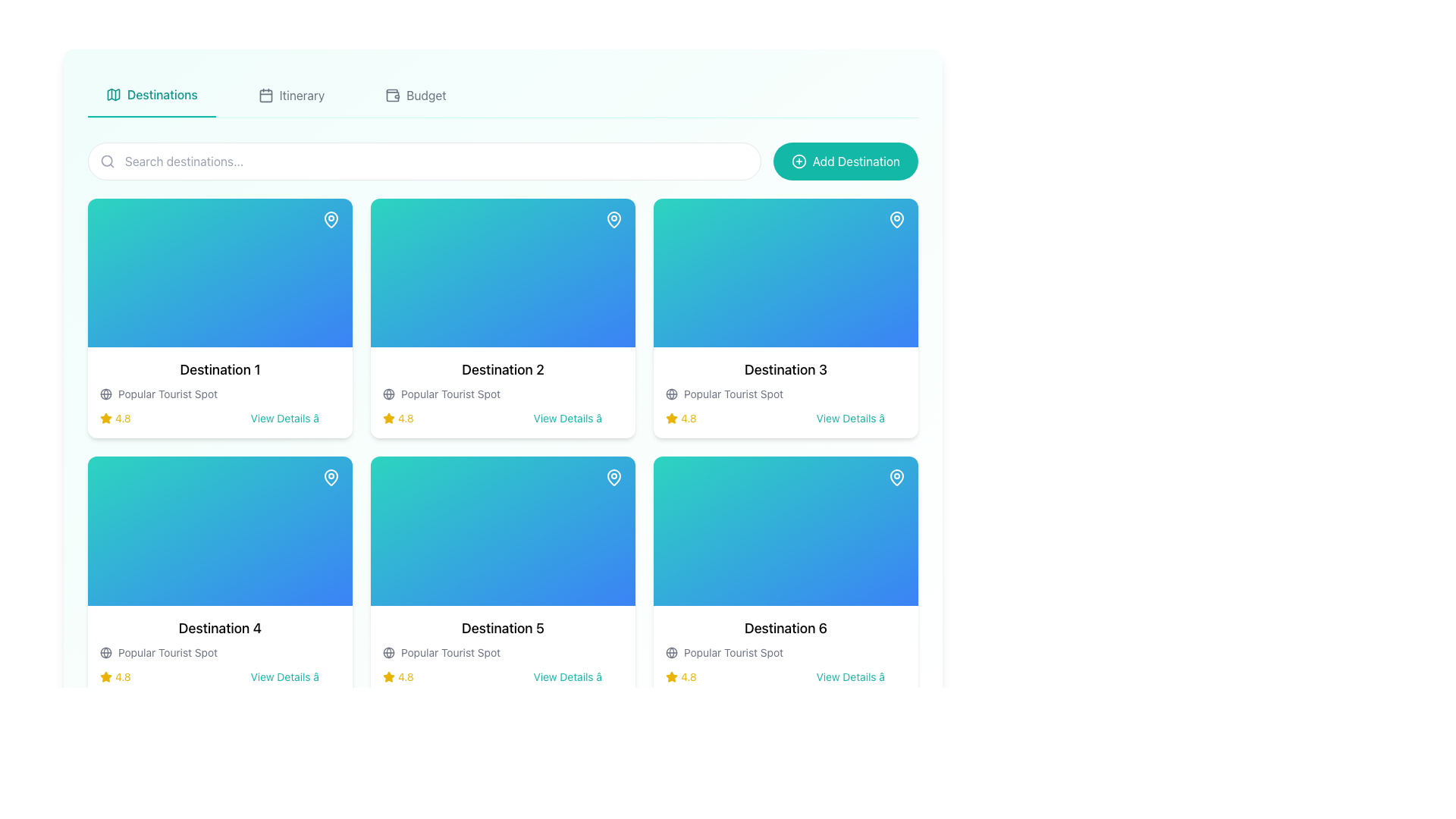  Describe the element at coordinates (330, 476) in the screenshot. I see `the graphic pin icon located at the top-right corner of the fourth destination card in the second row of the grid layout` at that location.